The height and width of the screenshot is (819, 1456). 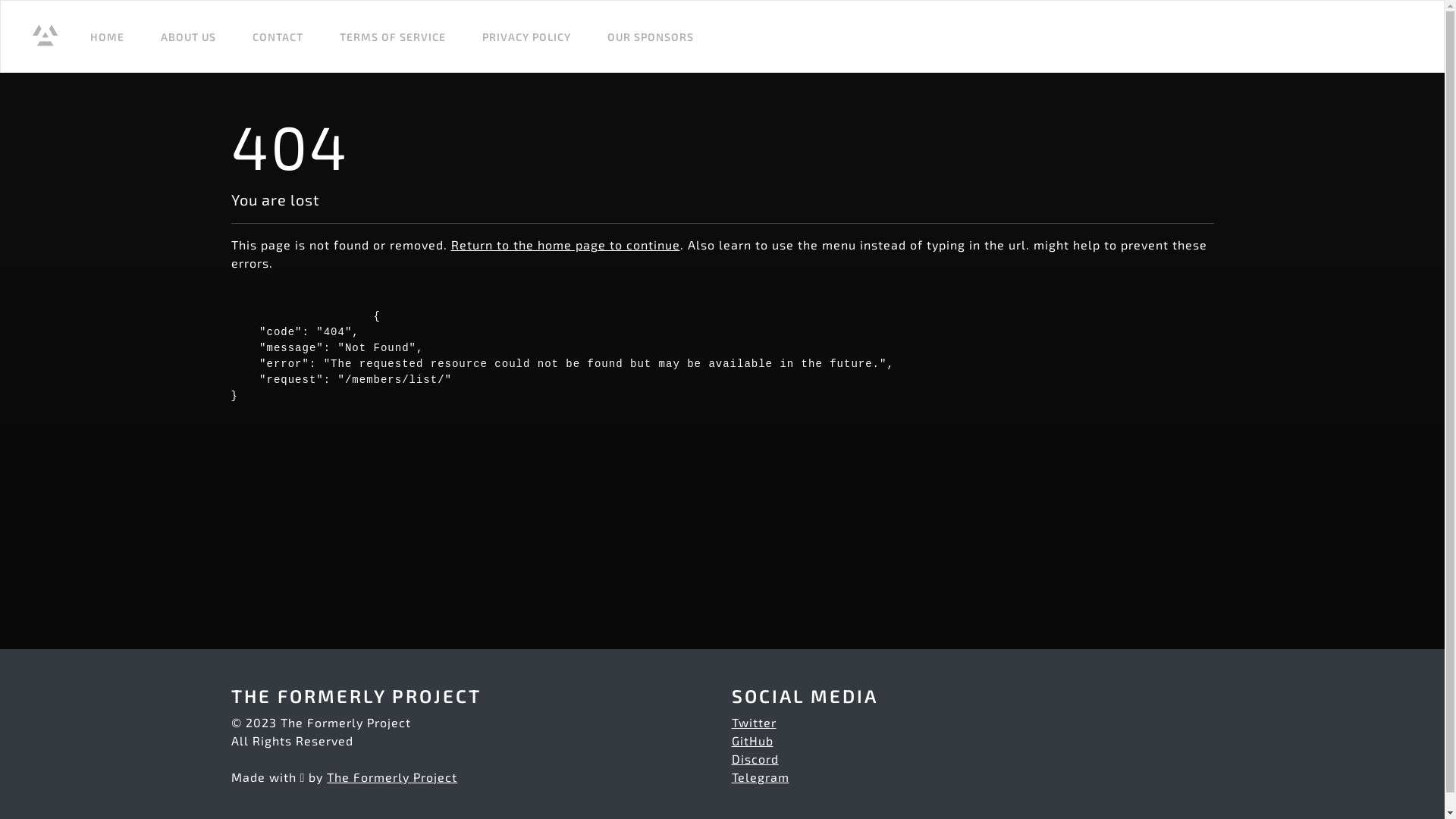 What do you see at coordinates (187, 35) in the screenshot?
I see `'ABOUT US'` at bounding box center [187, 35].